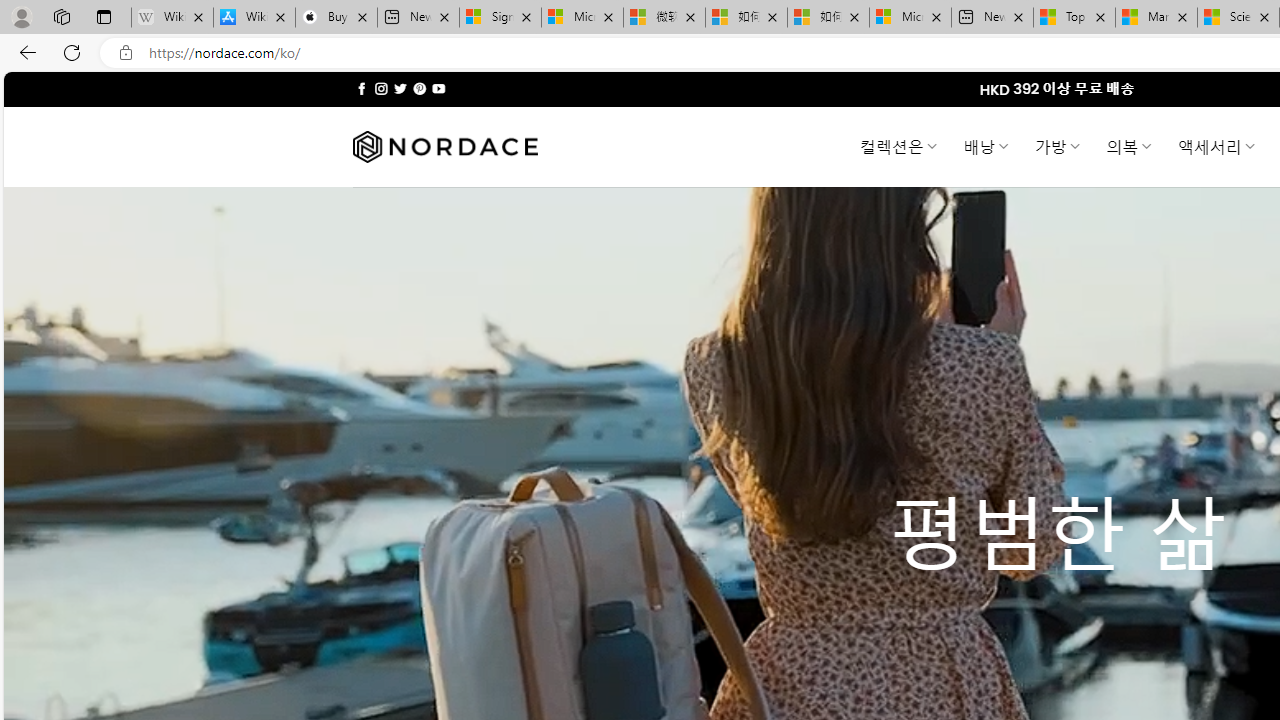 The image size is (1280, 720). I want to click on 'Marine life - MSN', so click(1156, 17).